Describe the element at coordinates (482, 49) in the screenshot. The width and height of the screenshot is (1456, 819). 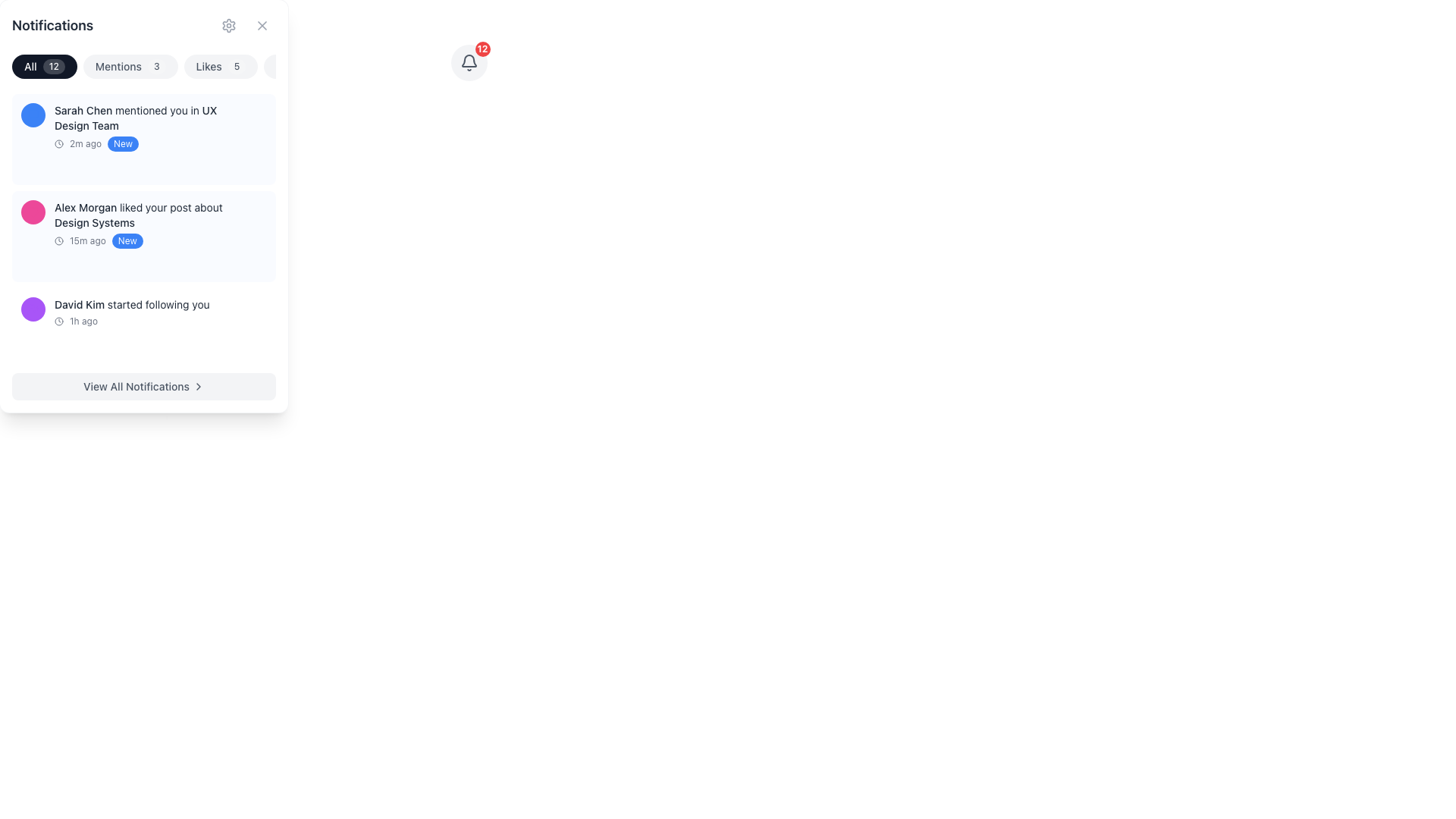
I see `the Notification badge, which is a small red circular badge displaying the text '12' located at the top-right corner of a notification bell icon` at that location.